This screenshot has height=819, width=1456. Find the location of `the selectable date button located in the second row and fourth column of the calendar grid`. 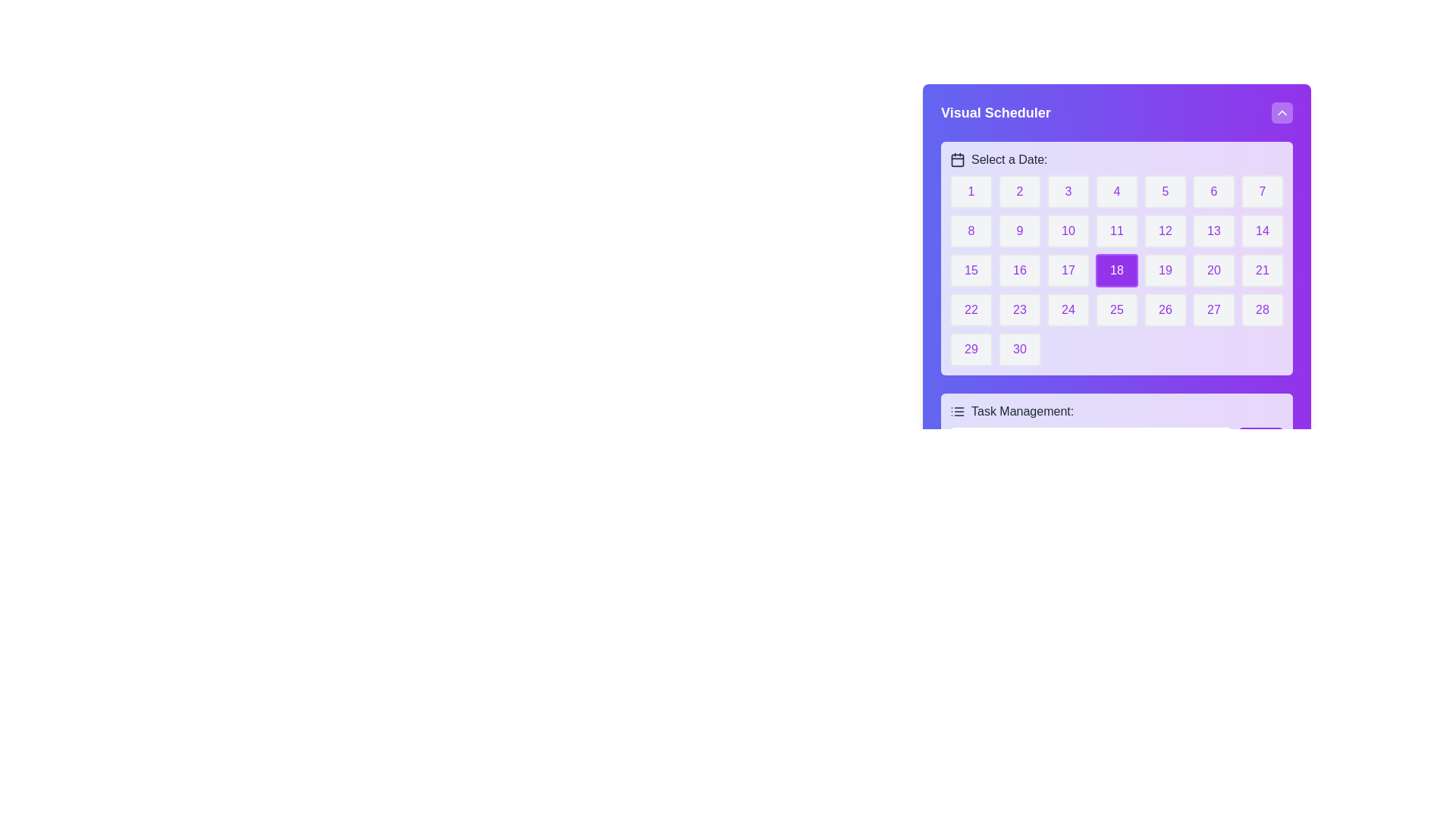

the selectable date button located in the second row and fourth column of the calendar grid is located at coordinates (1117, 231).